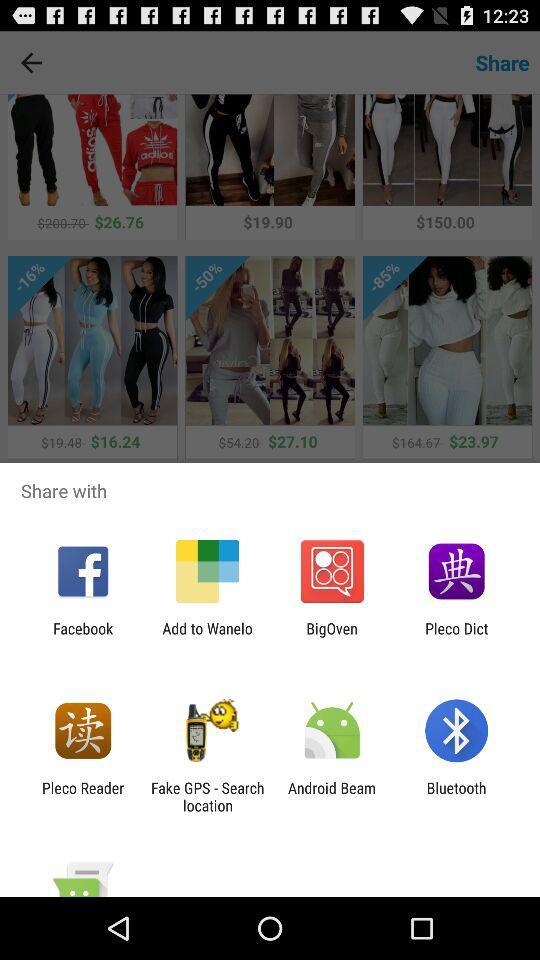 The height and width of the screenshot is (960, 540). Describe the element at coordinates (206, 796) in the screenshot. I see `the icon to the left of android beam icon` at that location.